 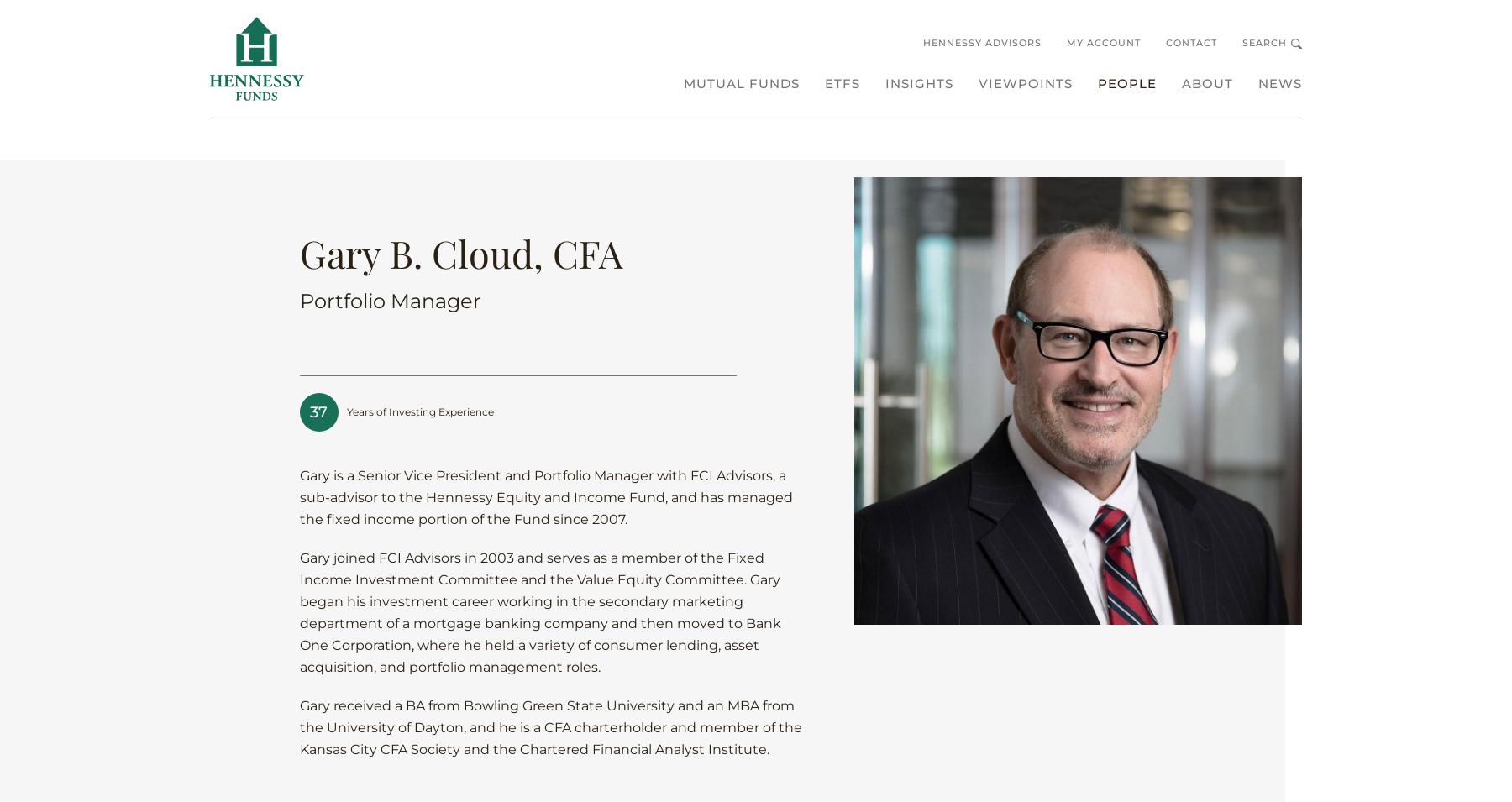 What do you see at coordinates (1181, 82) in the screenshot?
I see `'About'` at bounding box center [1181, 82].